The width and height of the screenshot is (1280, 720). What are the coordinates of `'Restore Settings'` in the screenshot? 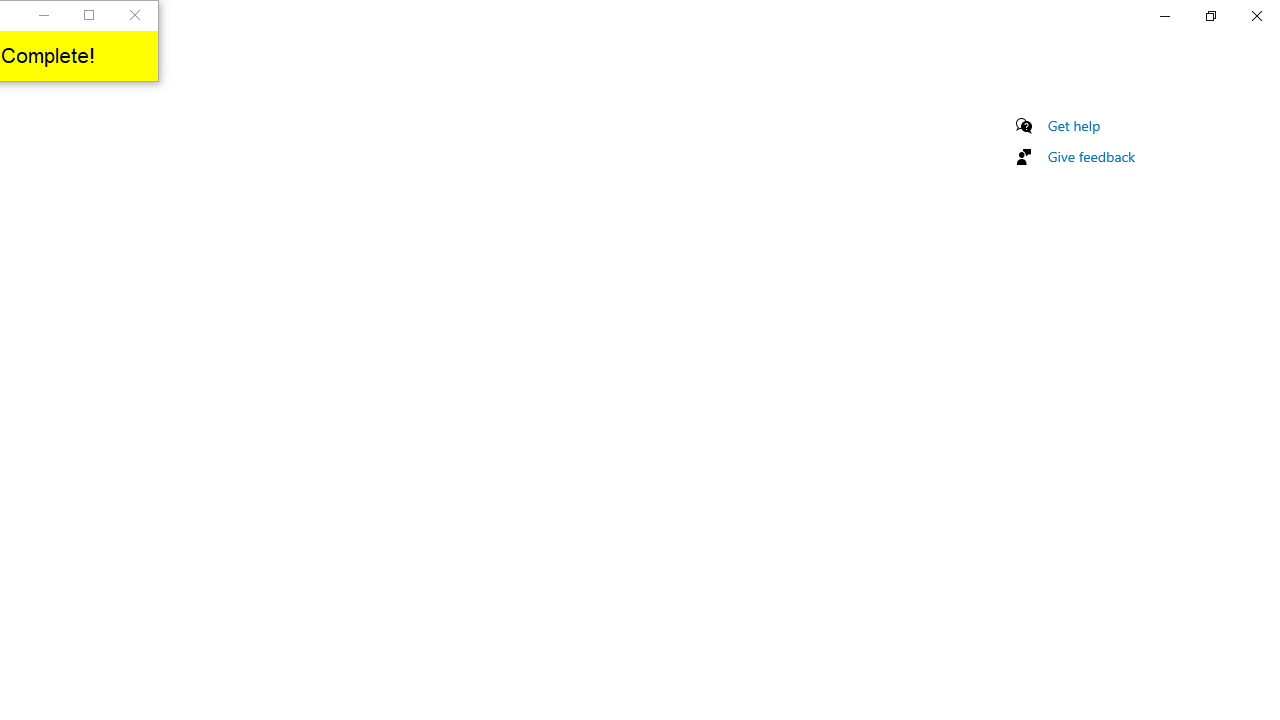 It's located at (1209, 15).